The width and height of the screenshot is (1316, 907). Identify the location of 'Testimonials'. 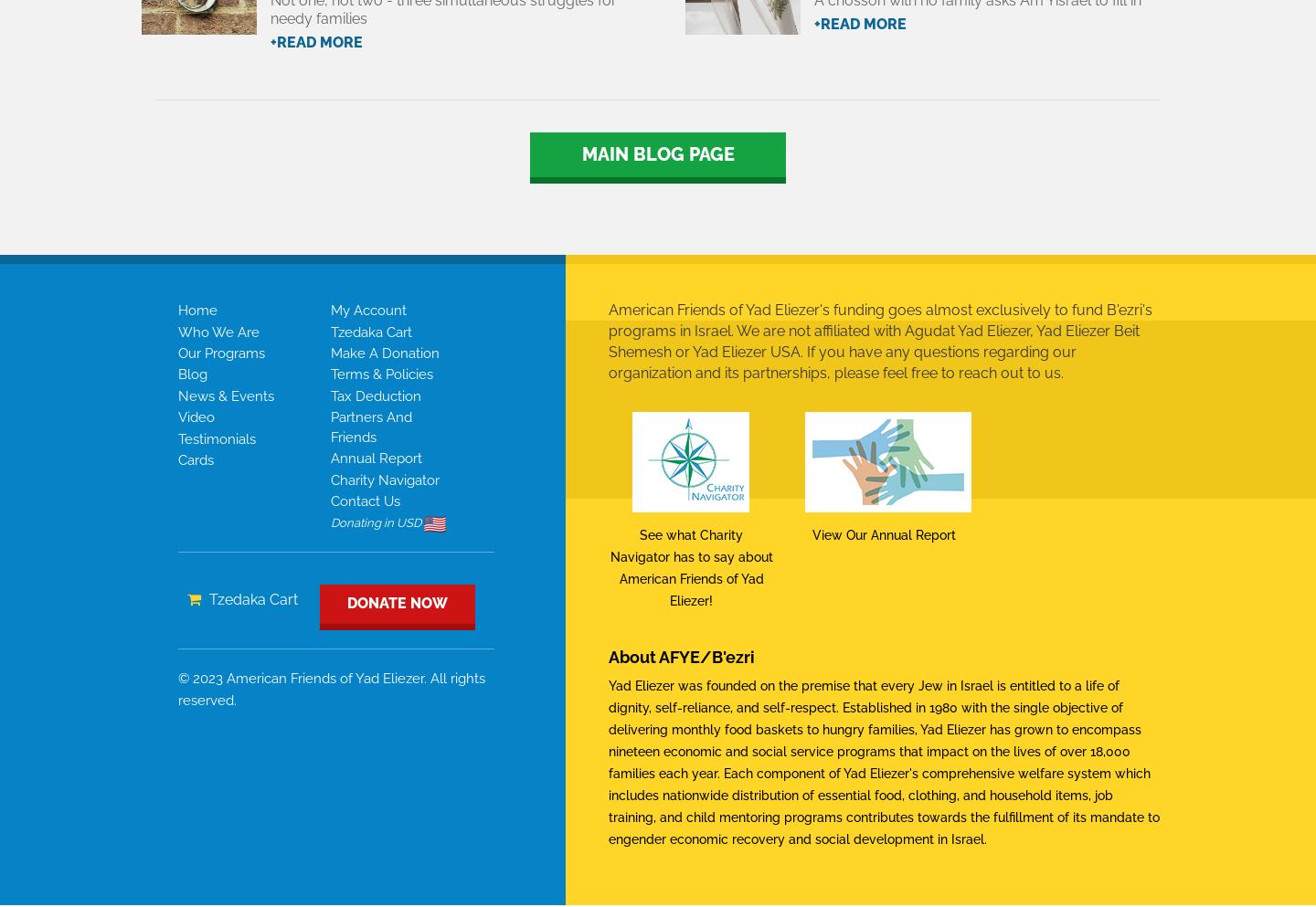
(217, 438).